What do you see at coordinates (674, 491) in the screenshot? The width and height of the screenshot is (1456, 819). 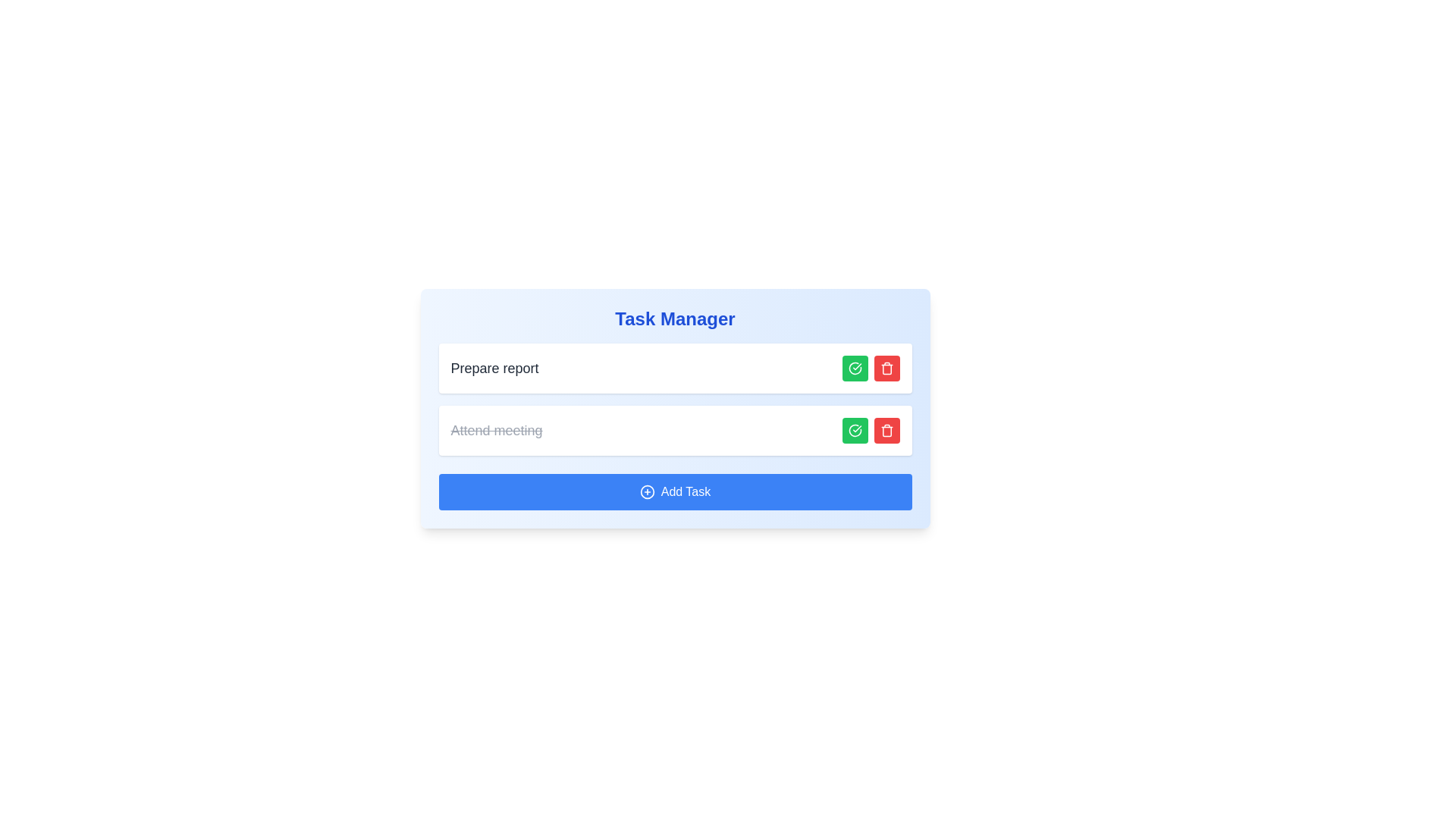 I see `the 'Add Task' button located at the bottom of the 'Task Manager' panel to initiate adding a task` at bounding box center [674, 491].